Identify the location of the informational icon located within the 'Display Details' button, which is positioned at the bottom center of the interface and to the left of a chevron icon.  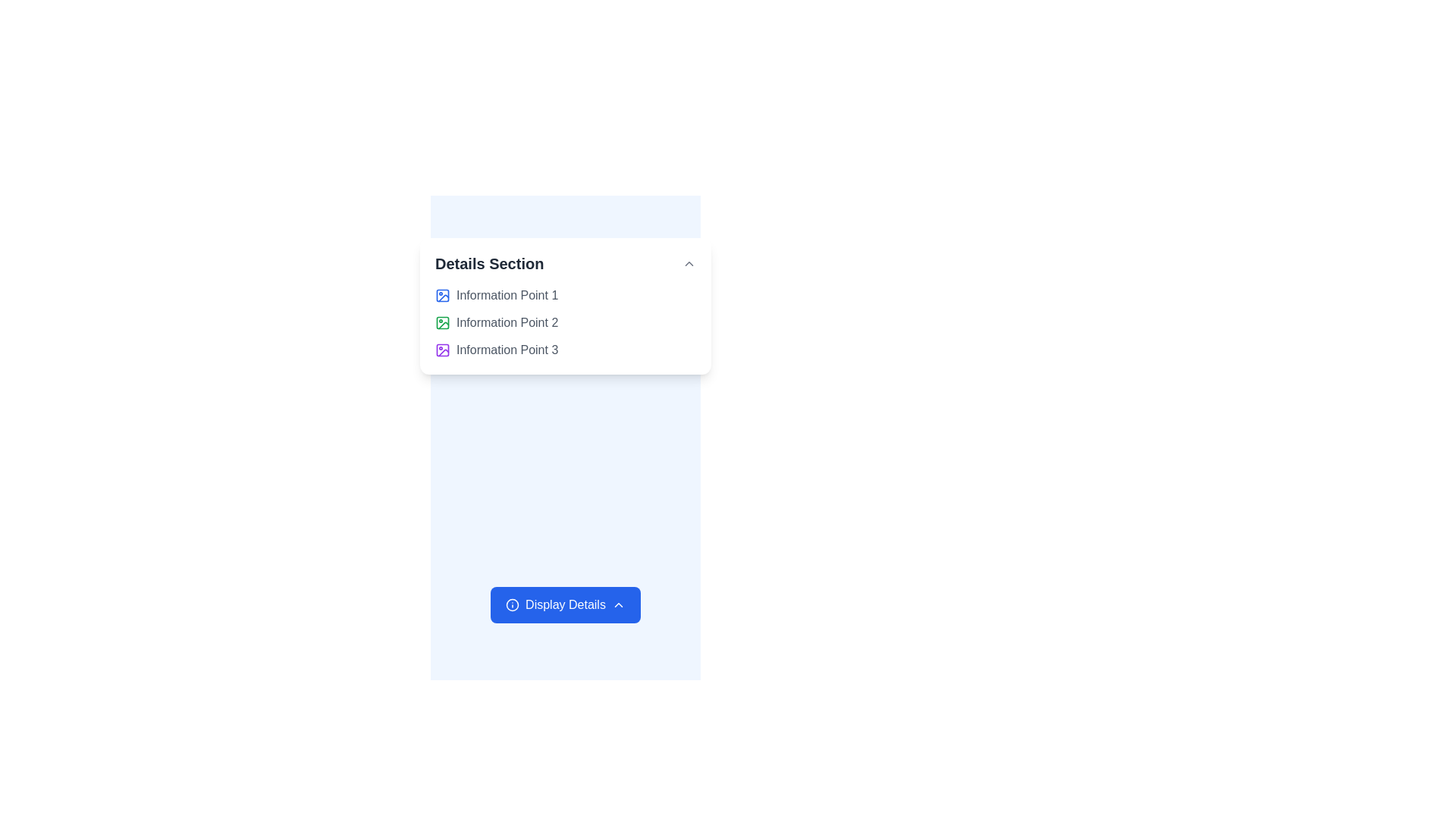
(513, 604).